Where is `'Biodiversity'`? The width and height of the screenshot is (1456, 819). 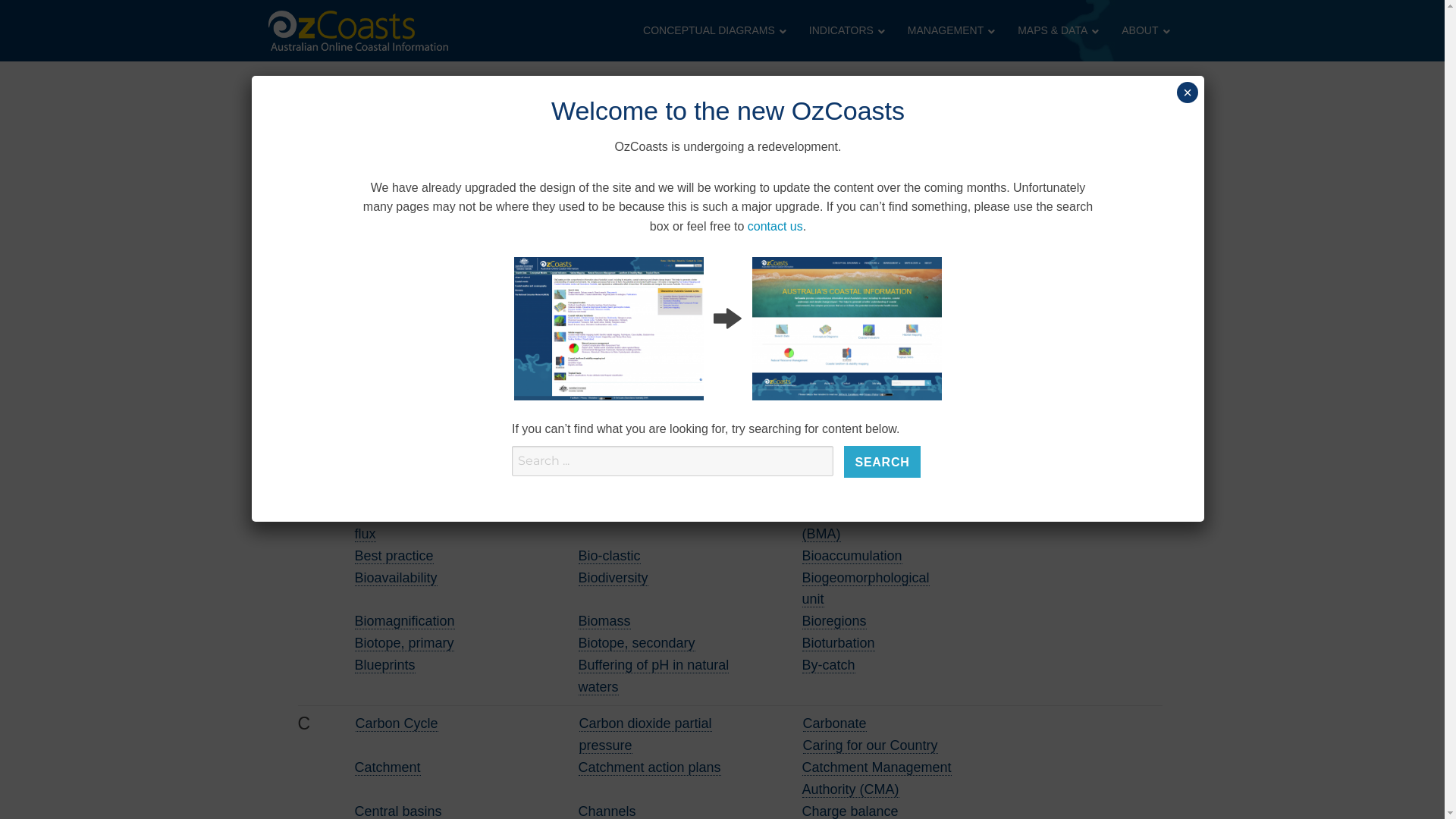
'Biodiversity' is located at coordinates (612, 578).